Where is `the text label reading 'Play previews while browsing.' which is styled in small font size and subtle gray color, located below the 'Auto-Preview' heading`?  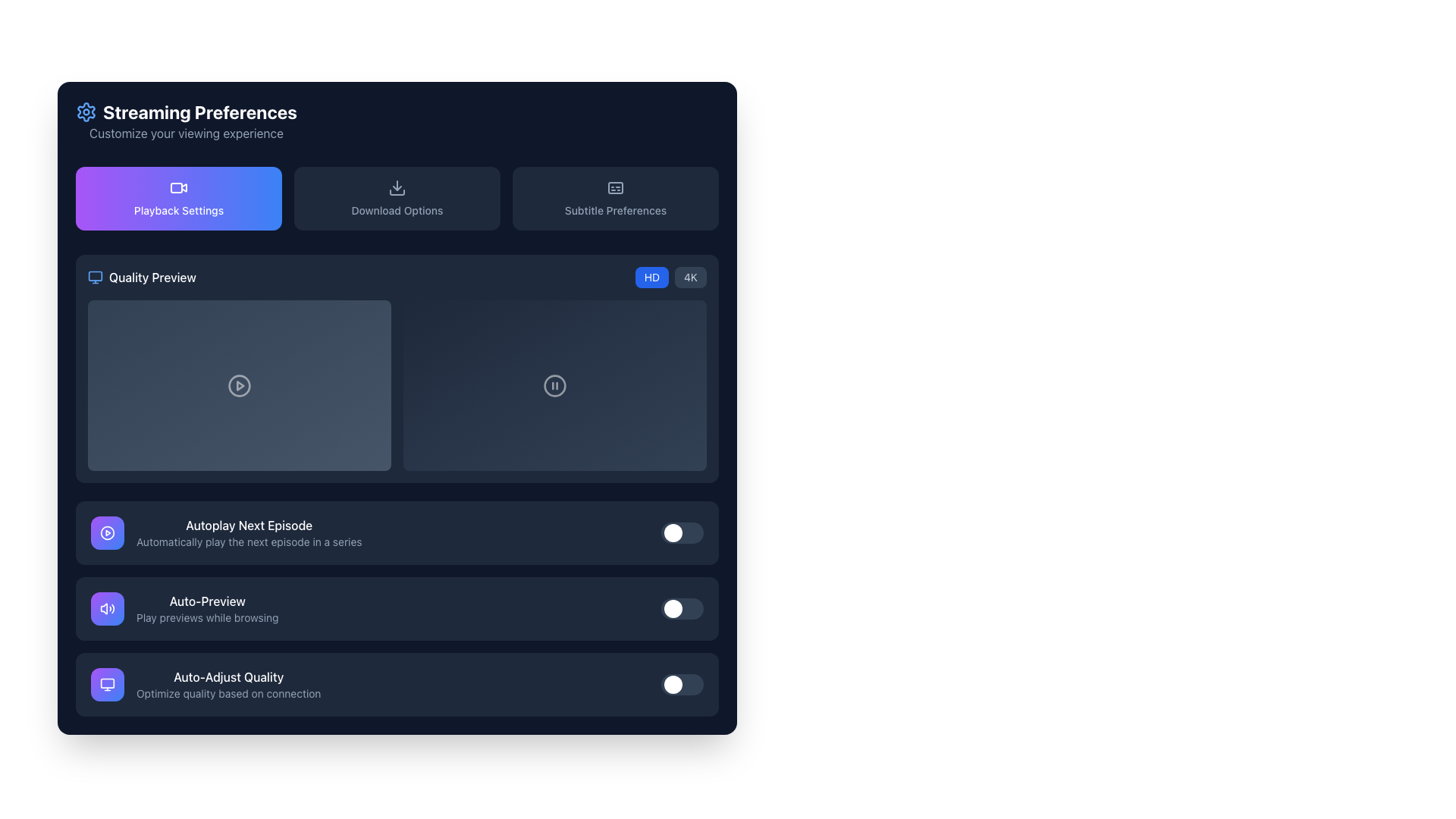
the text label reading 'Play previews while browsing.' which is styled in small font size and subtle gray color, located below the 'Auto-Preview' heading is located at coordinates (206, 617).